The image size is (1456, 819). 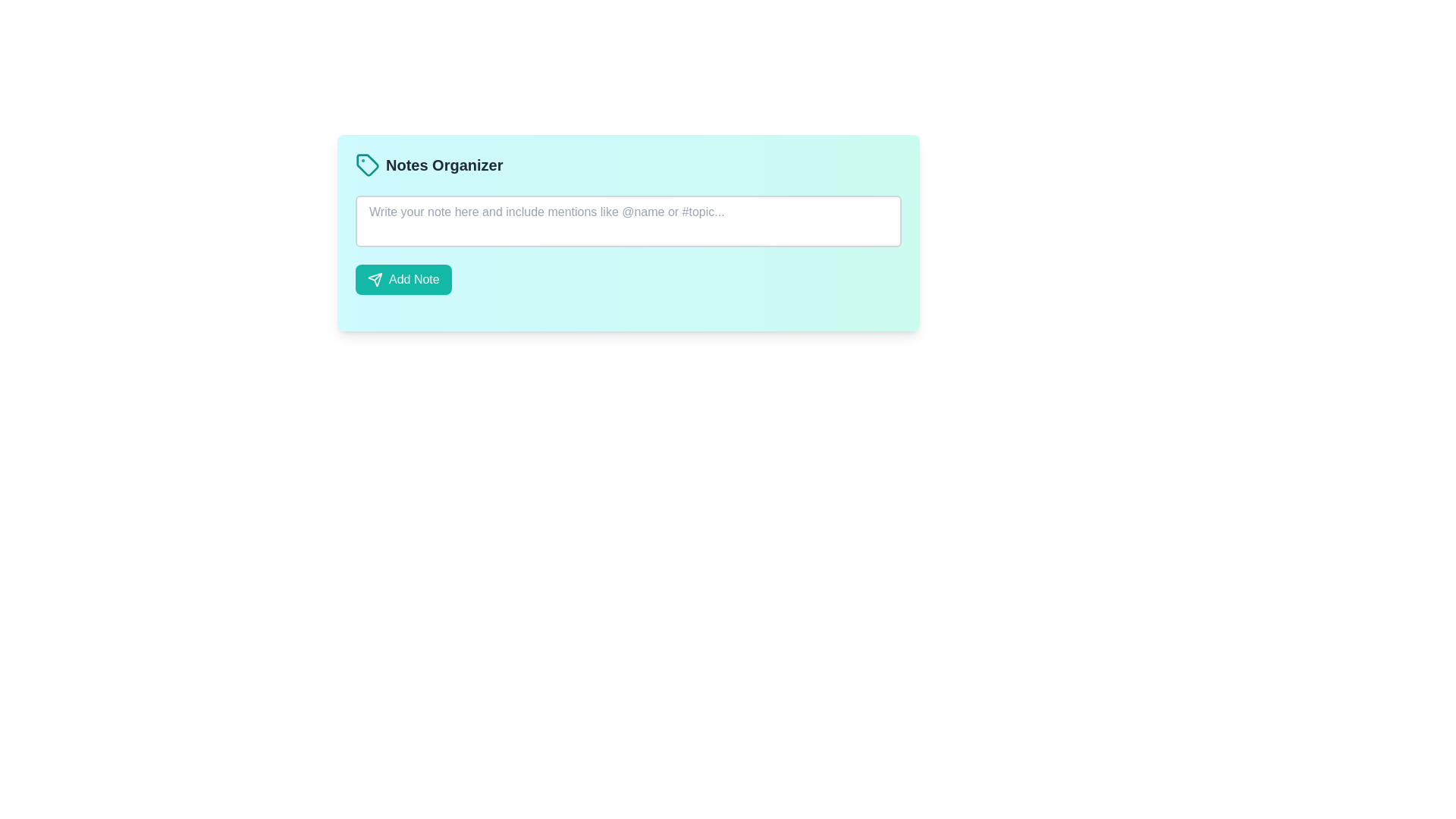 What do you see at coordinates (375, 280) in the screenshot?
I see `the paper plane icon located at the top-left corner of the 'Add Note' button, which is filled with green color and adjacent to the 'Add Note' text label` at bounding box center [375, 280].